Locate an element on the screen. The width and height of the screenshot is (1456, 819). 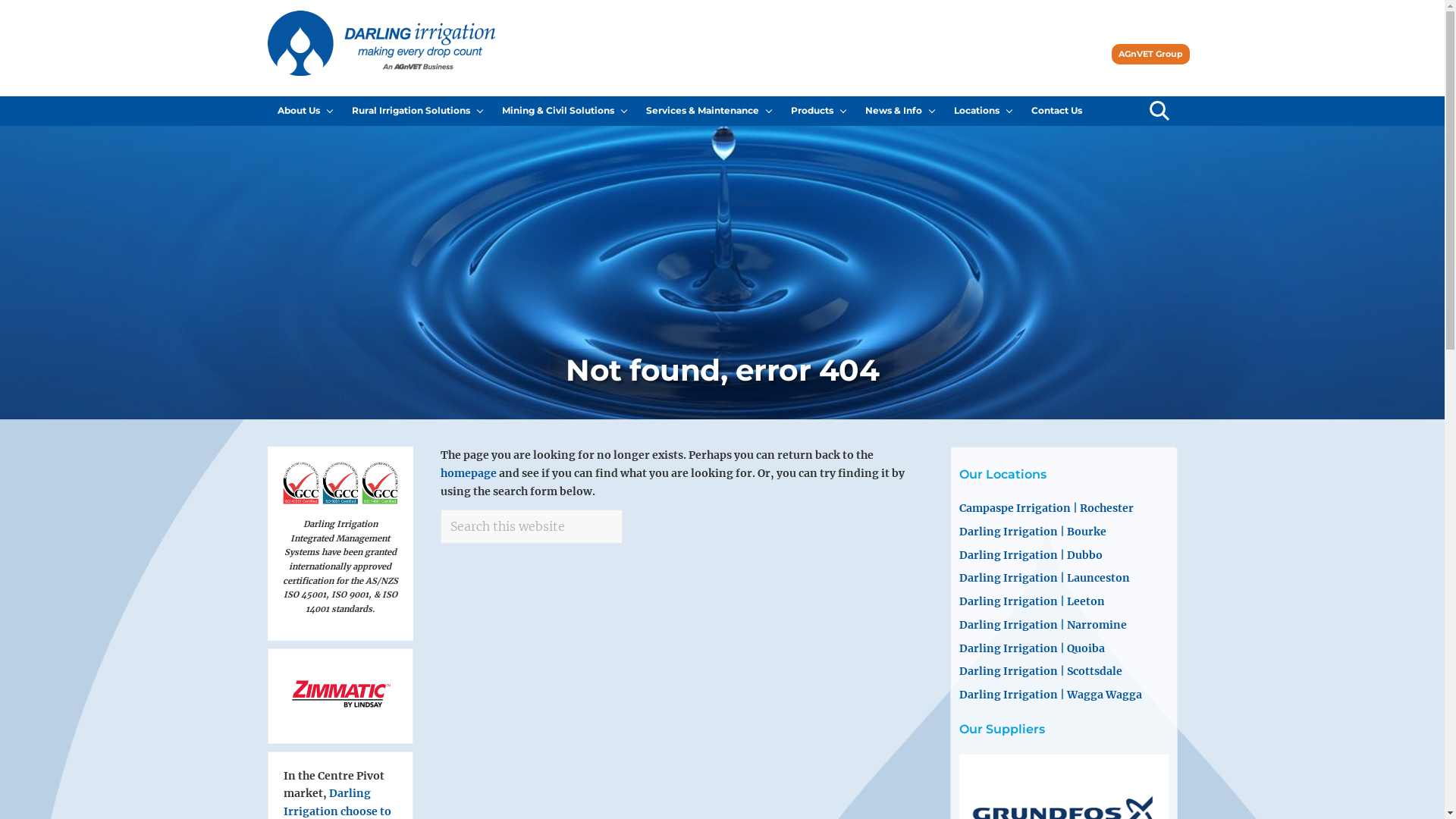
'Darling Irrigation | Leeton' is located at coordinates (1031, 601).